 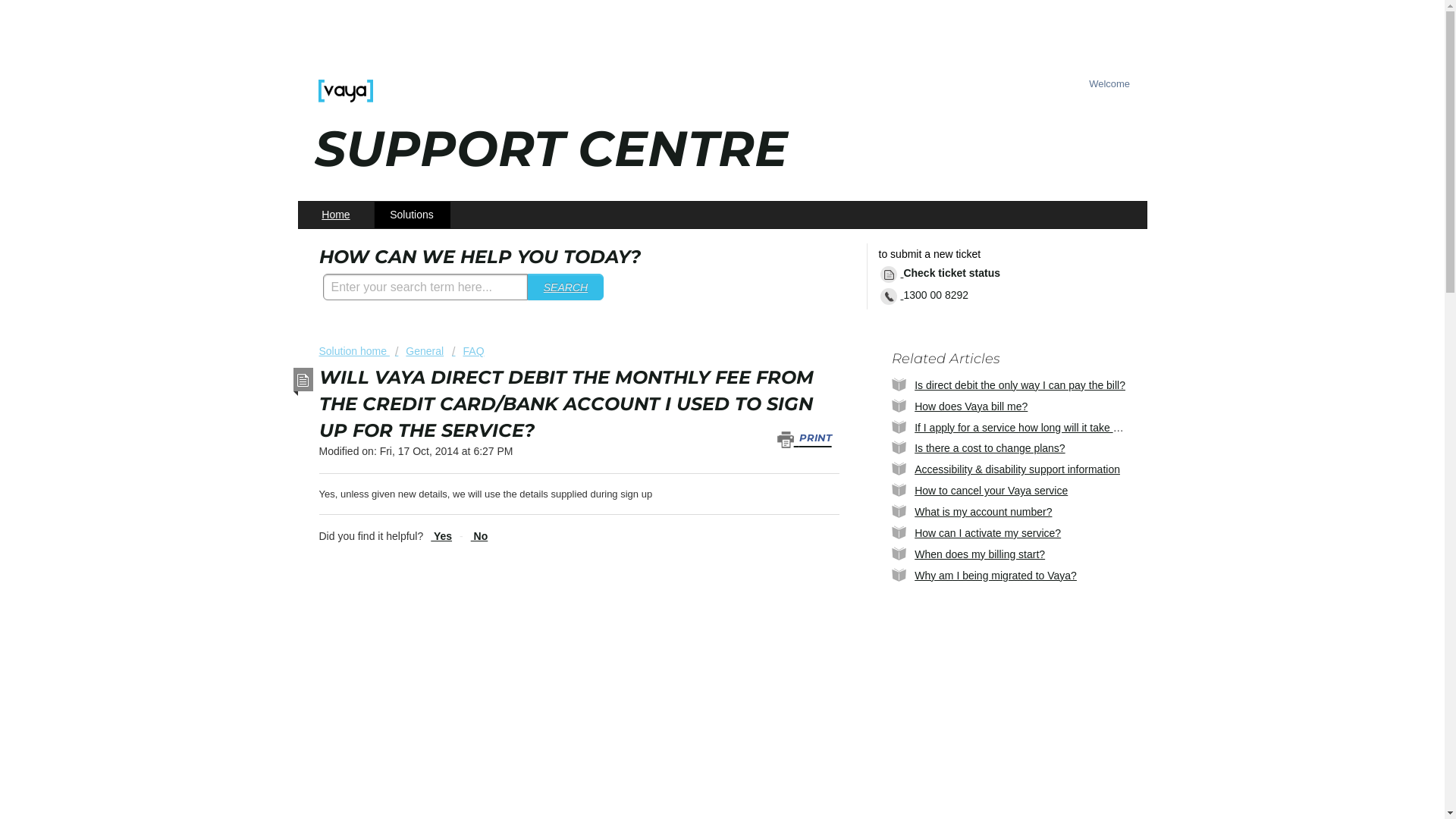 I want to click on 'How does Vaya bill me?', so click(x=971, y=406).